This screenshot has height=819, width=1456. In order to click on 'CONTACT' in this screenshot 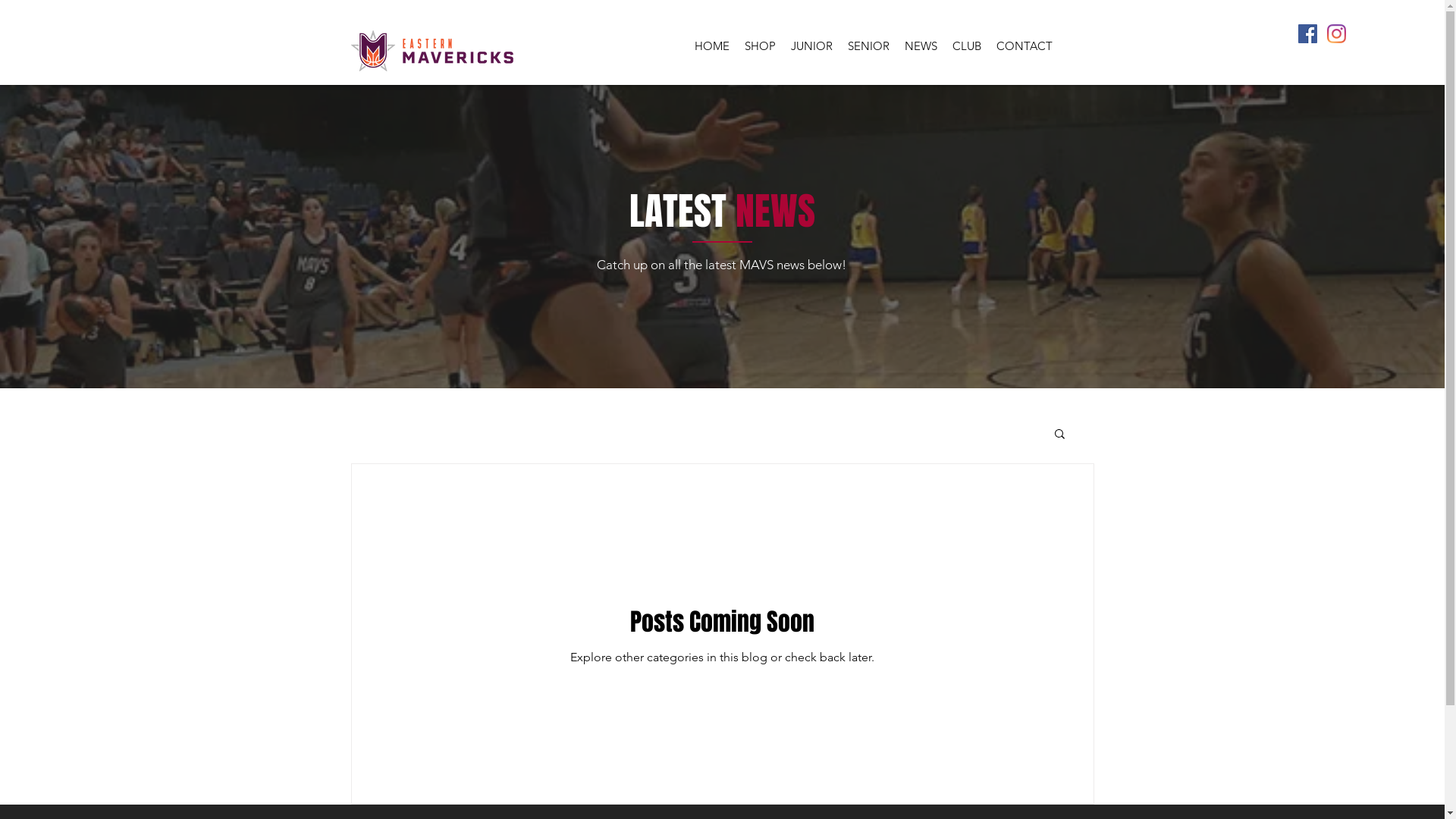, I will do `click(989, 45)`.